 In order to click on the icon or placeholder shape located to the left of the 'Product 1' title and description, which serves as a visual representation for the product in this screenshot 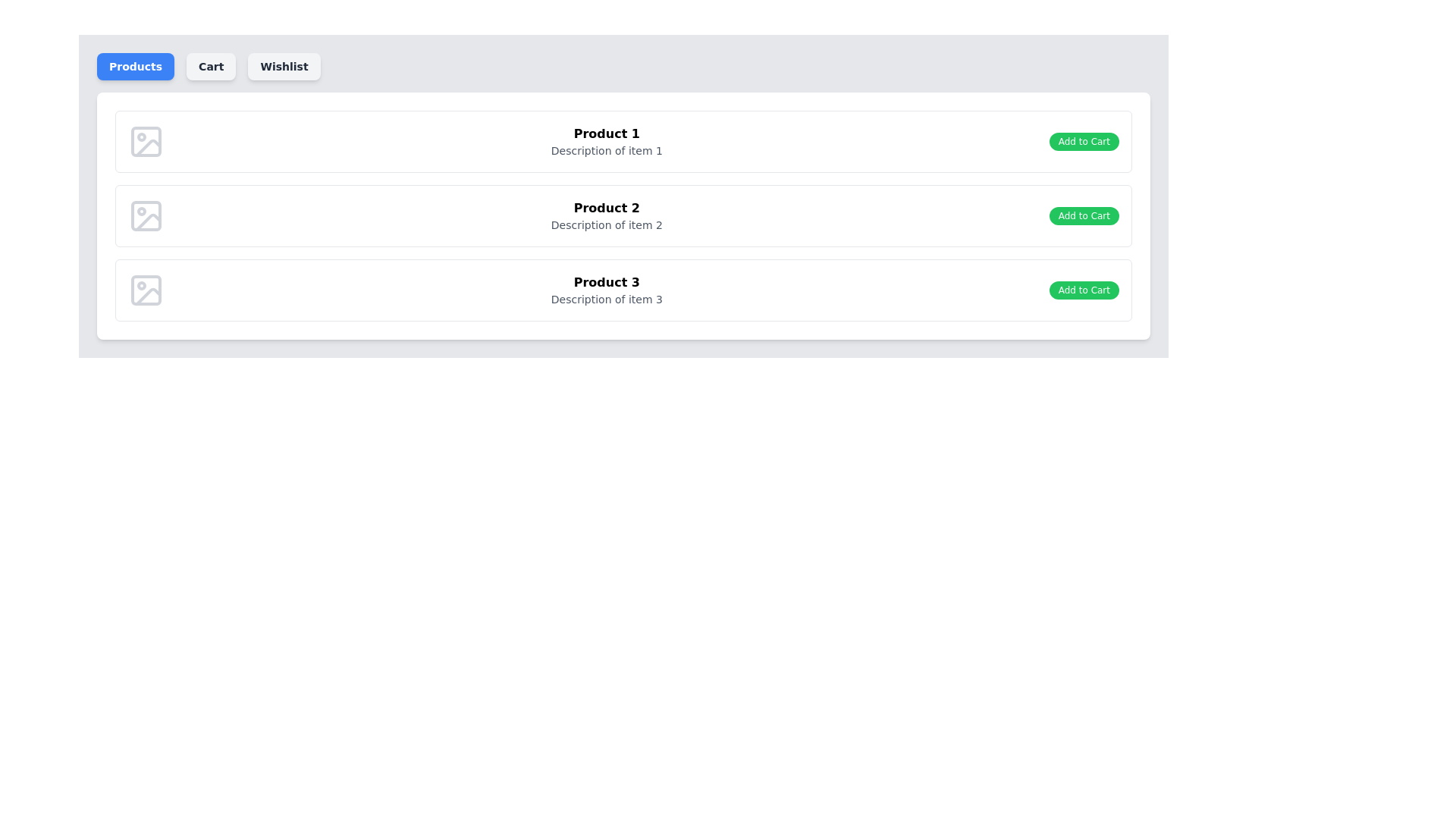, I will do `click(146, 141)`.